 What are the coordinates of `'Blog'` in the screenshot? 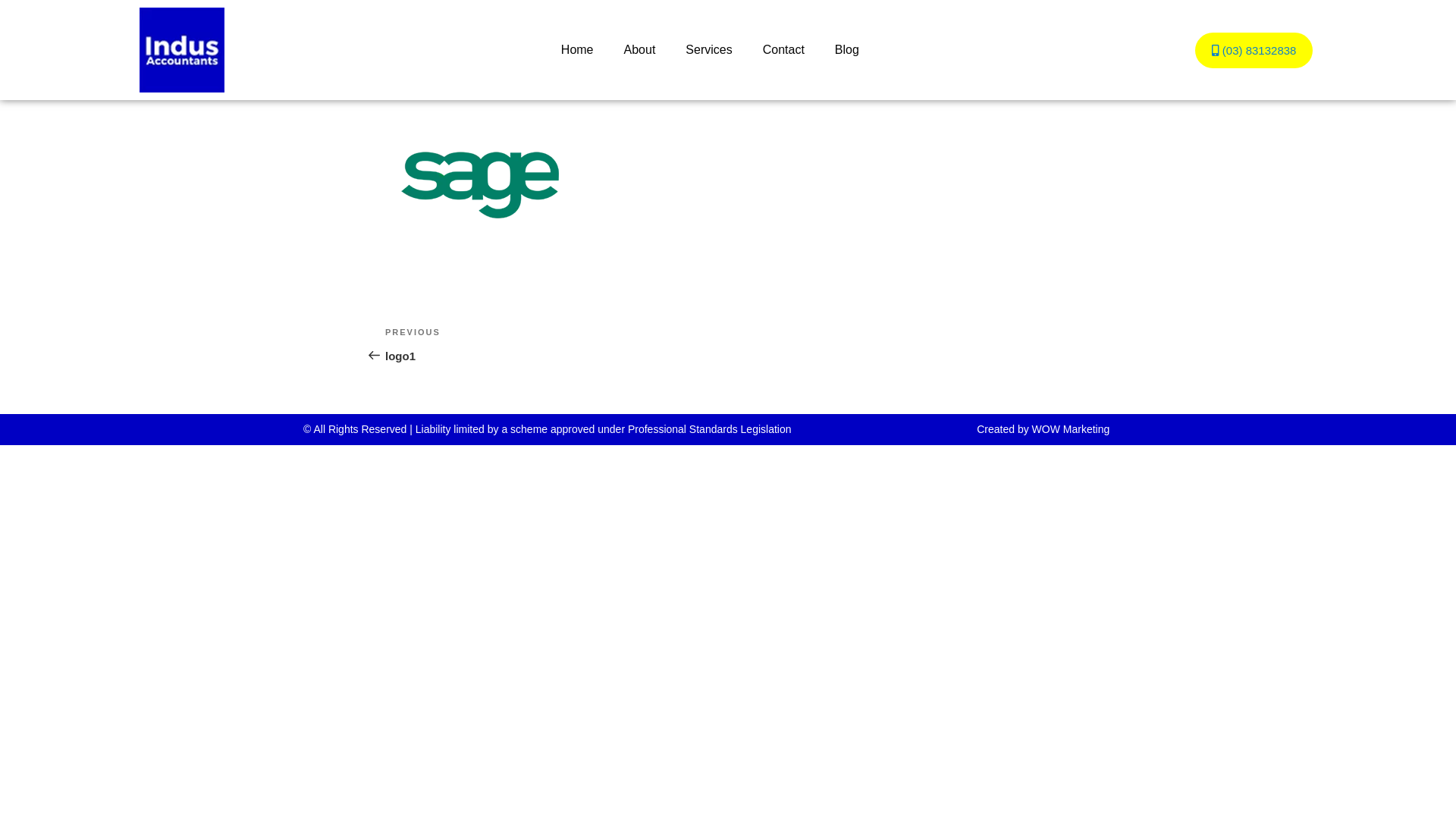 It's located at (846, 49).